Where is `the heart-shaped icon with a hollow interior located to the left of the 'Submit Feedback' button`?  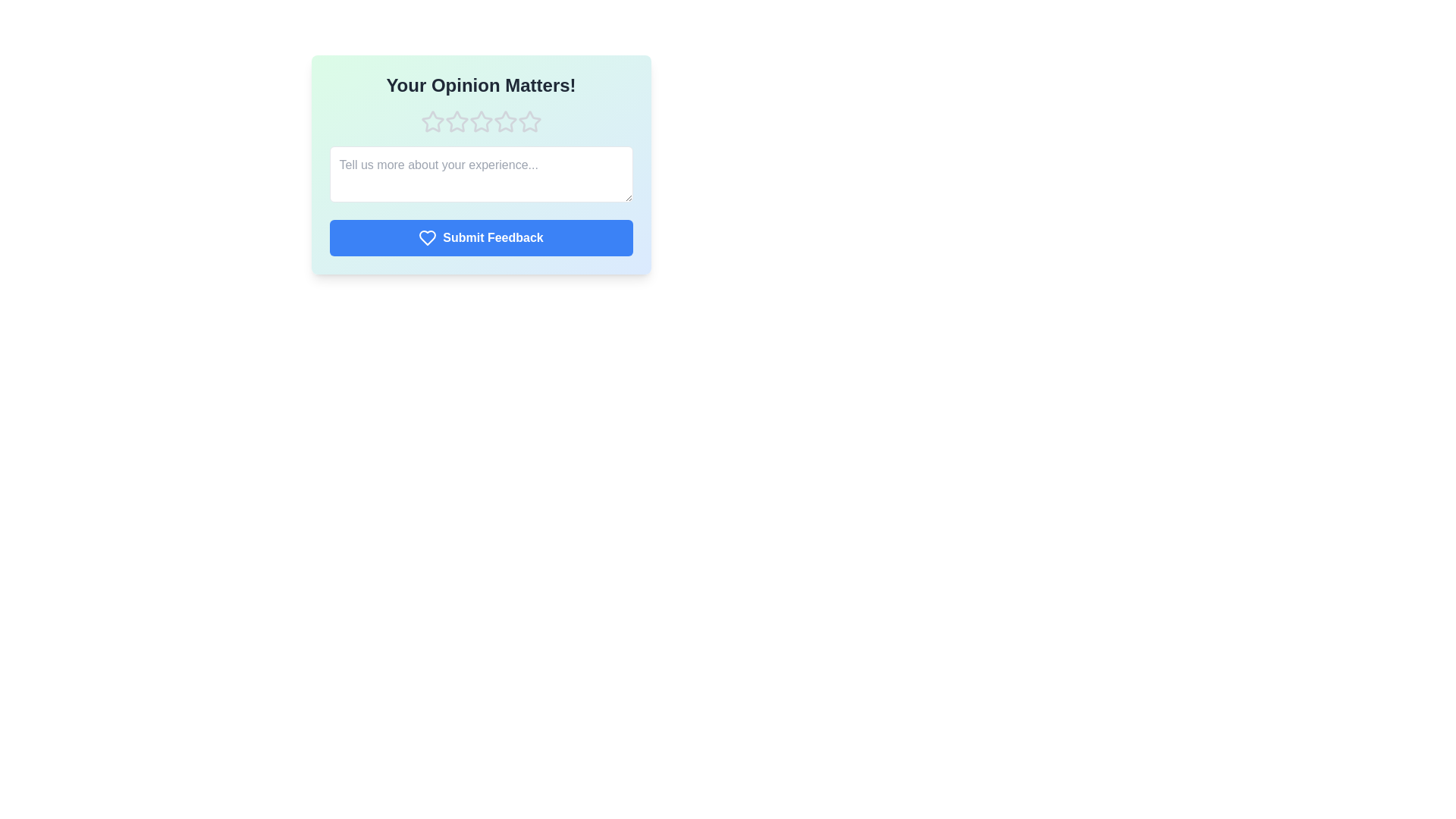 the heart-shaped icon with a hollow interior located to the left of the 'Submit Feedback' button is located at coordinates (427, 237).